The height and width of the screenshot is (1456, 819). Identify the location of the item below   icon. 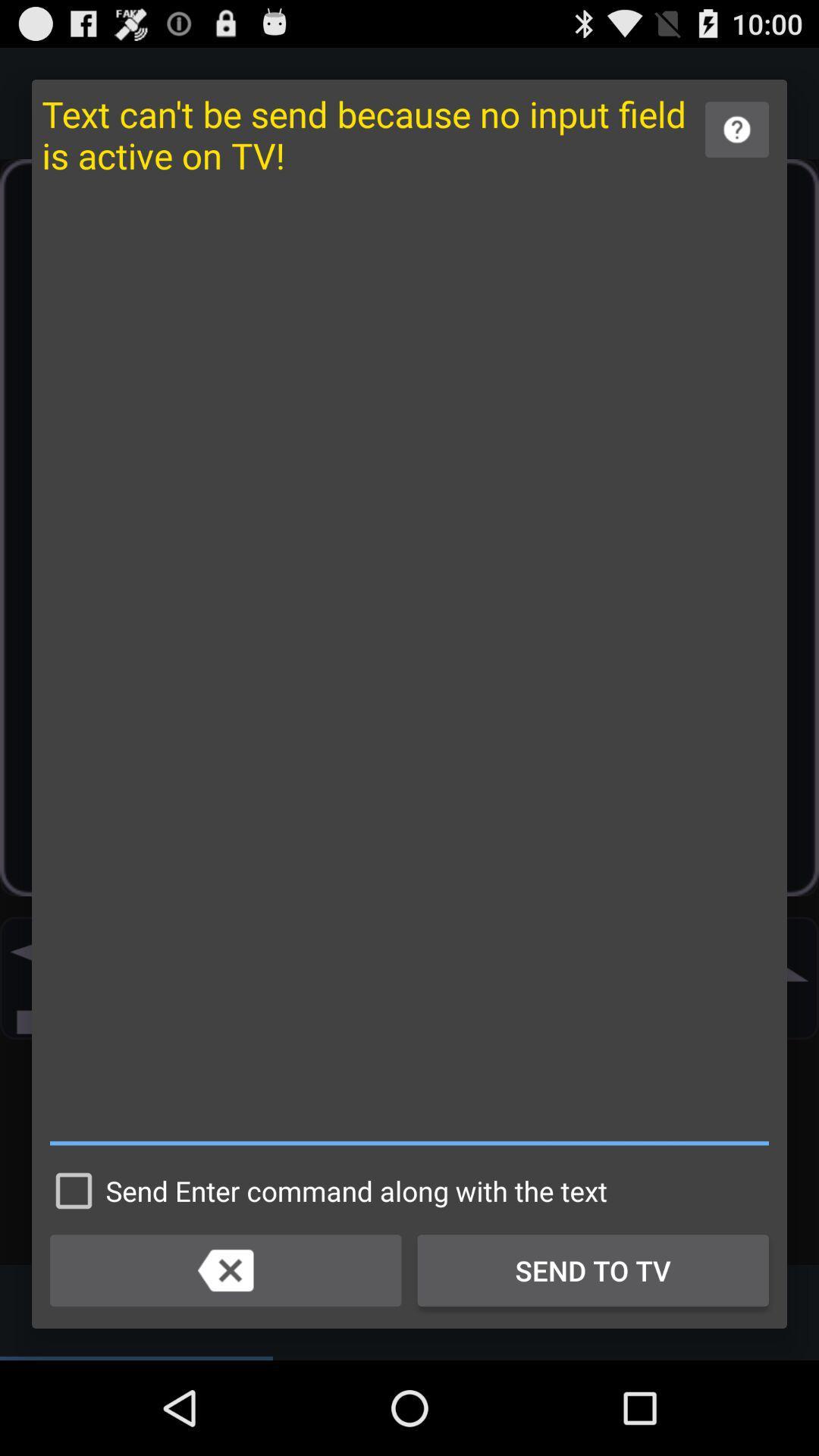
(324, 1190).